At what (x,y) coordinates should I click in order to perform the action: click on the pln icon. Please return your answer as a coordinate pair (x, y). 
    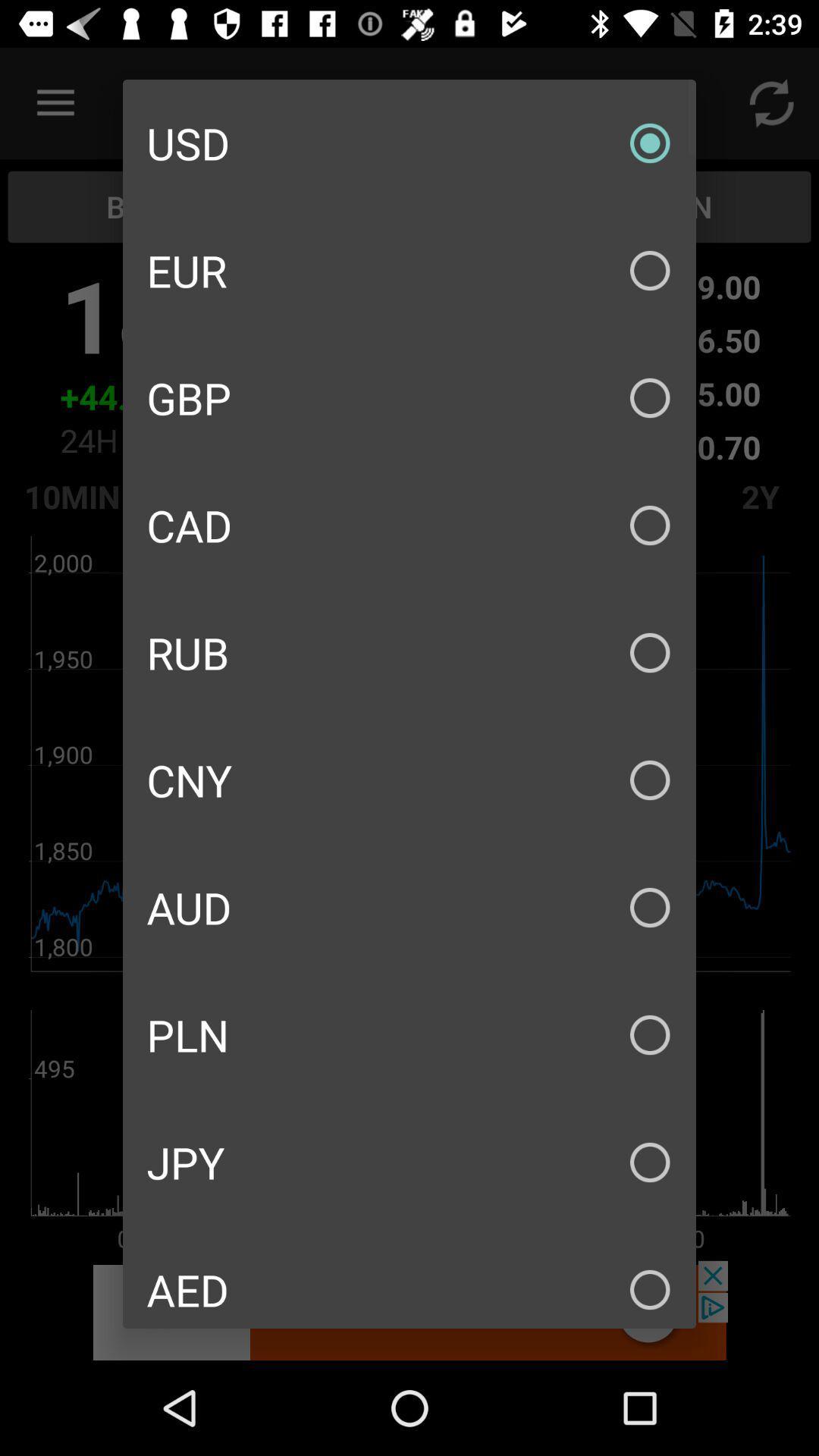
    Looking at the image, I should click on (409, 1034).